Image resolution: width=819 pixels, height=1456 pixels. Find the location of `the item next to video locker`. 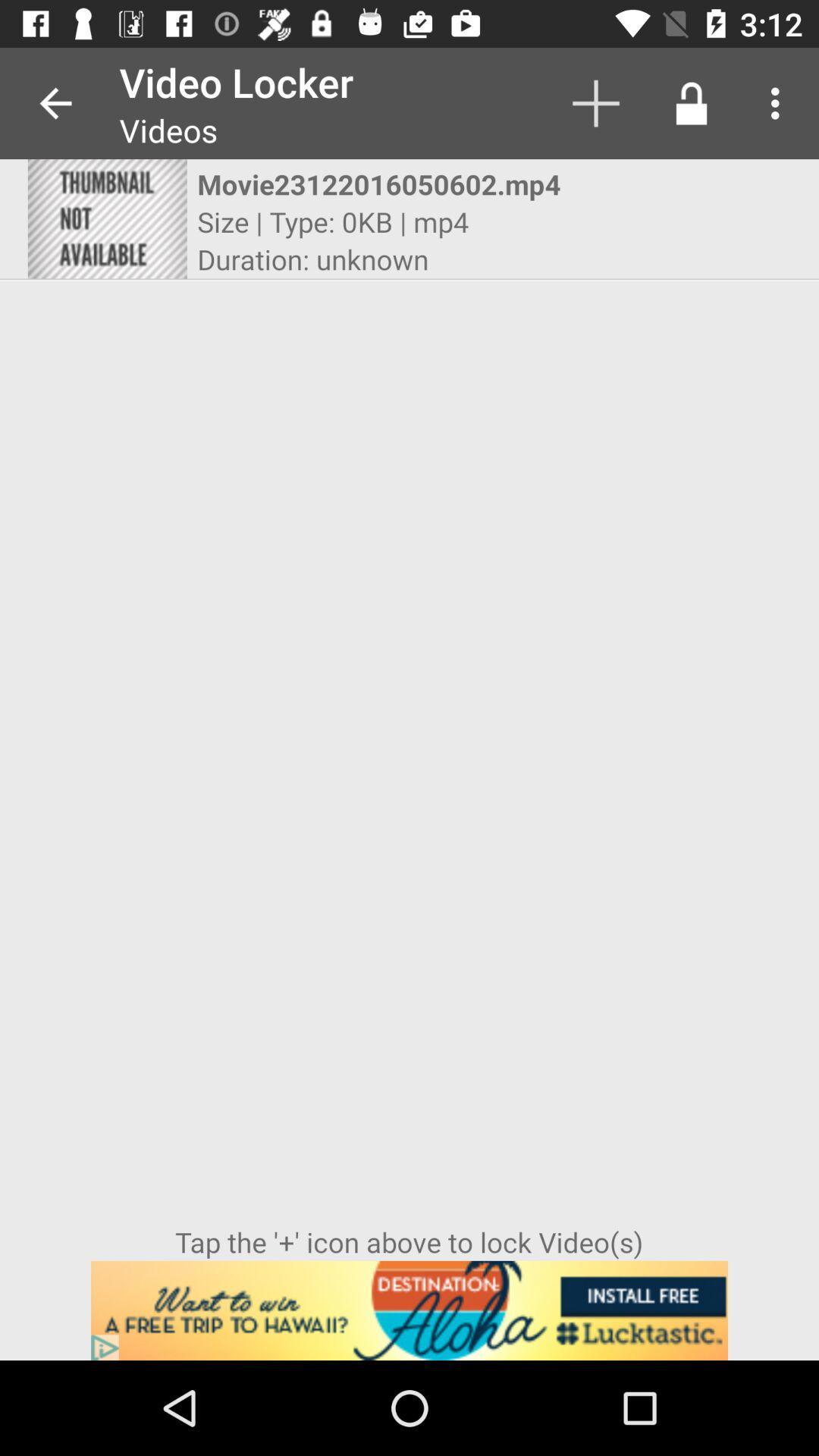

the item next to video locker is located at coordinates (55, 102).